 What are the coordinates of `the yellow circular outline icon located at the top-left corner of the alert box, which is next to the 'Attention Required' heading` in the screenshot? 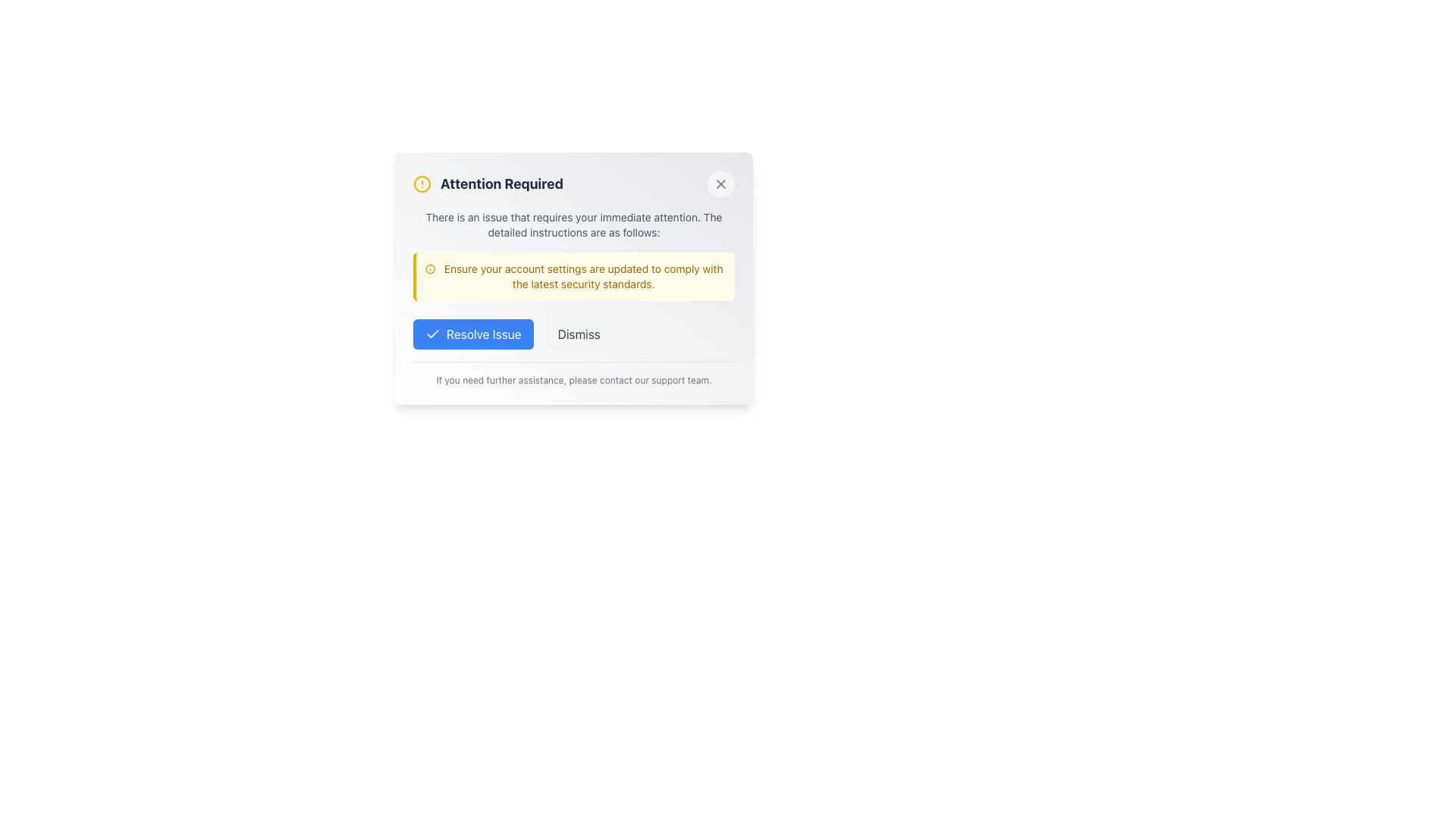 It's located at (429, 268).